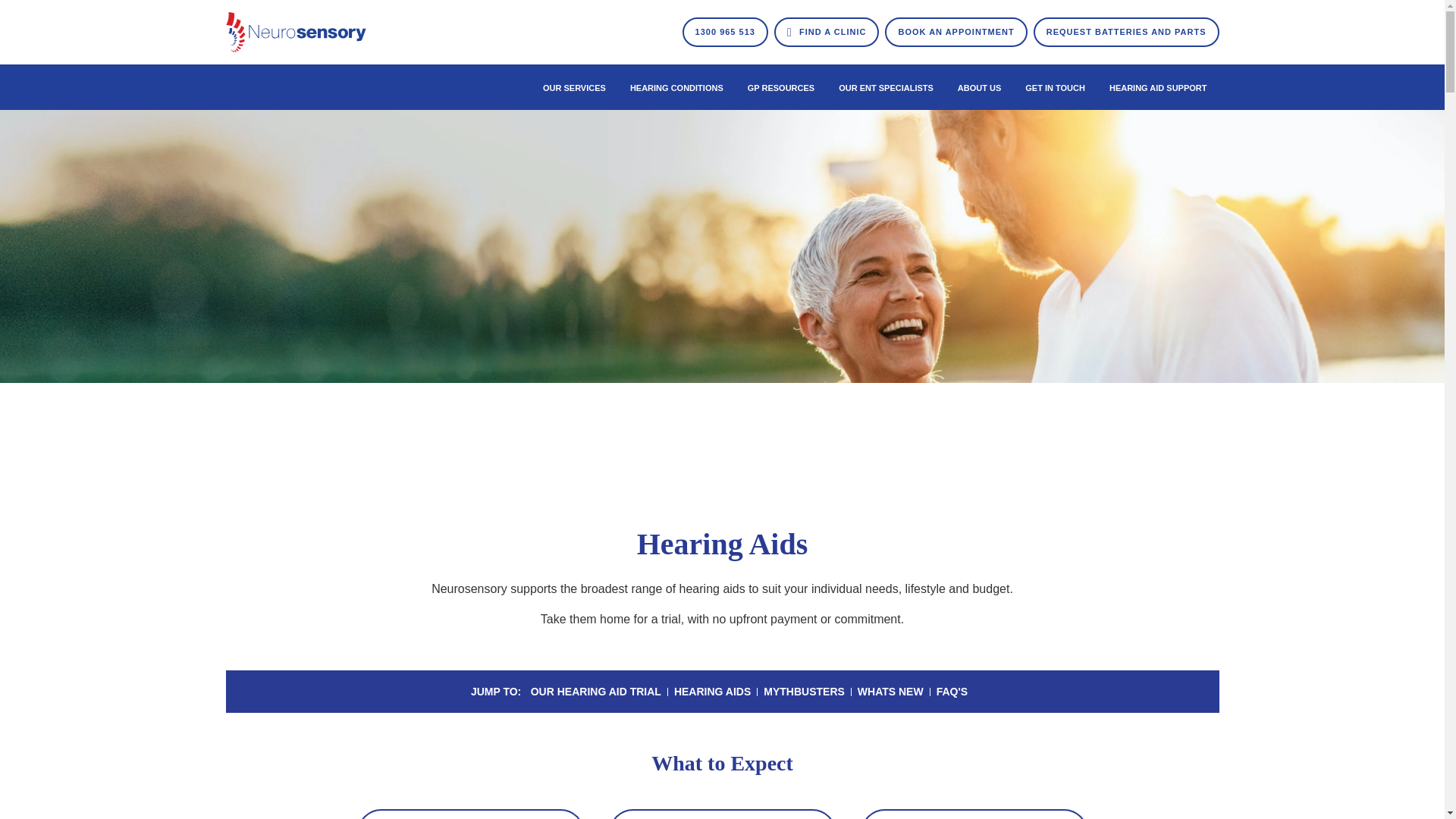 This screenshot has height=819, width=1456. Describe the element at coordinates (673, 692) in the screenshot. I see `'HEARING AIDS'` at that location.